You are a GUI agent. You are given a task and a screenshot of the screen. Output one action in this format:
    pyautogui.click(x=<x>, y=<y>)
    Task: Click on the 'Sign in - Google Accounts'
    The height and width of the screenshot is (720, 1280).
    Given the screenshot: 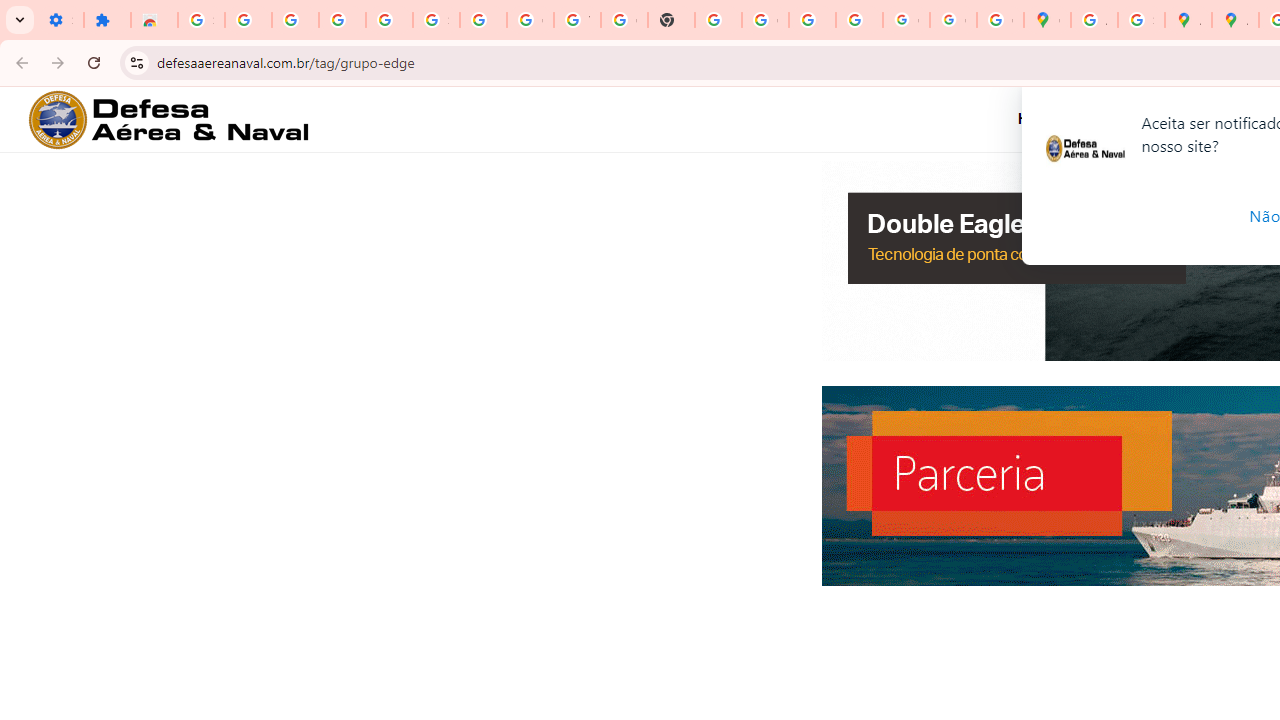 What is the action you would take?
    pyautogui.click(x=201, y=20)
    